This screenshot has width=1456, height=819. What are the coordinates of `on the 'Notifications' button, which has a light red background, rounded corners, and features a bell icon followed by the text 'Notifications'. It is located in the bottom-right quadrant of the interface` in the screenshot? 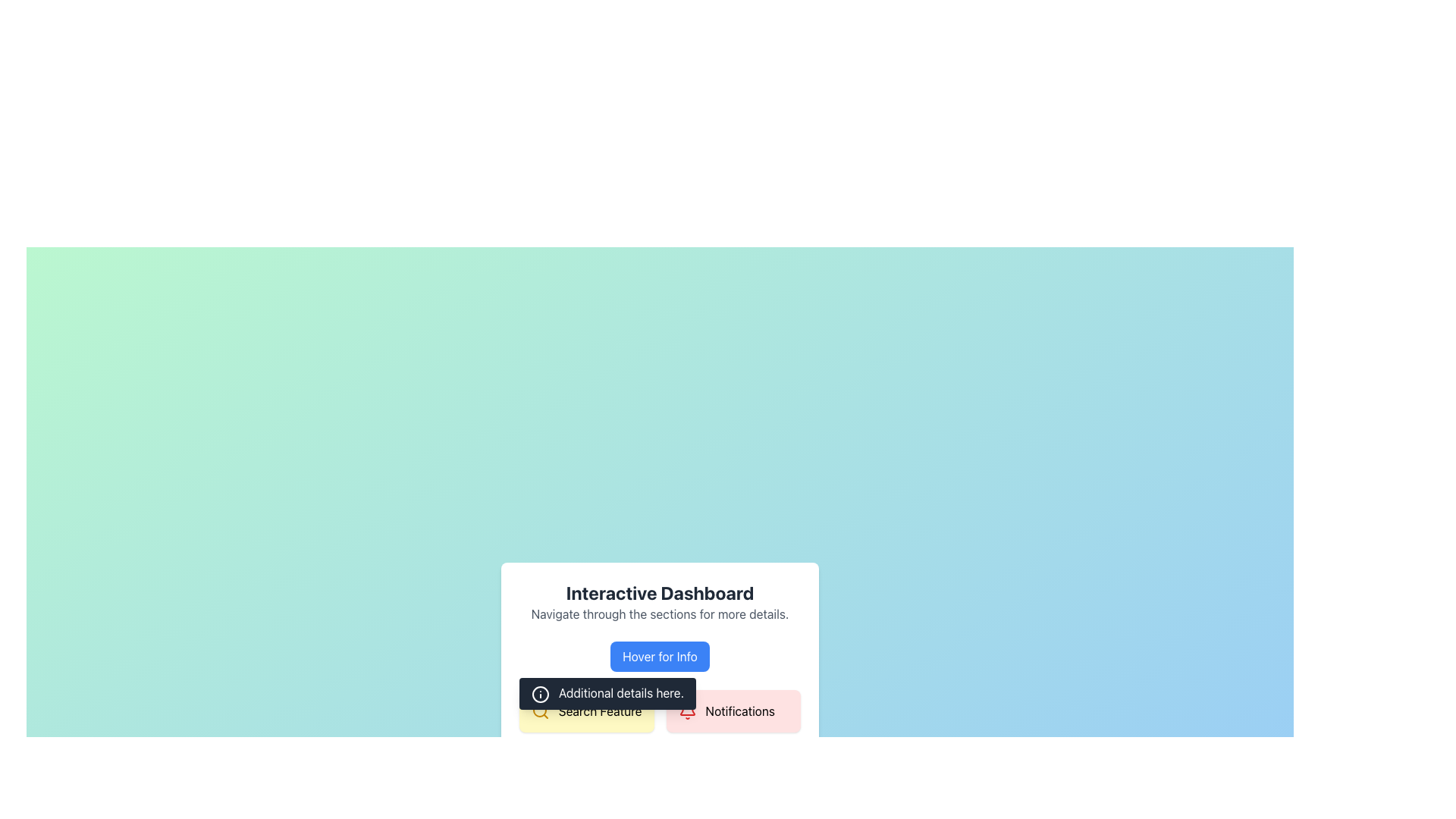 It's located at (733, 711).